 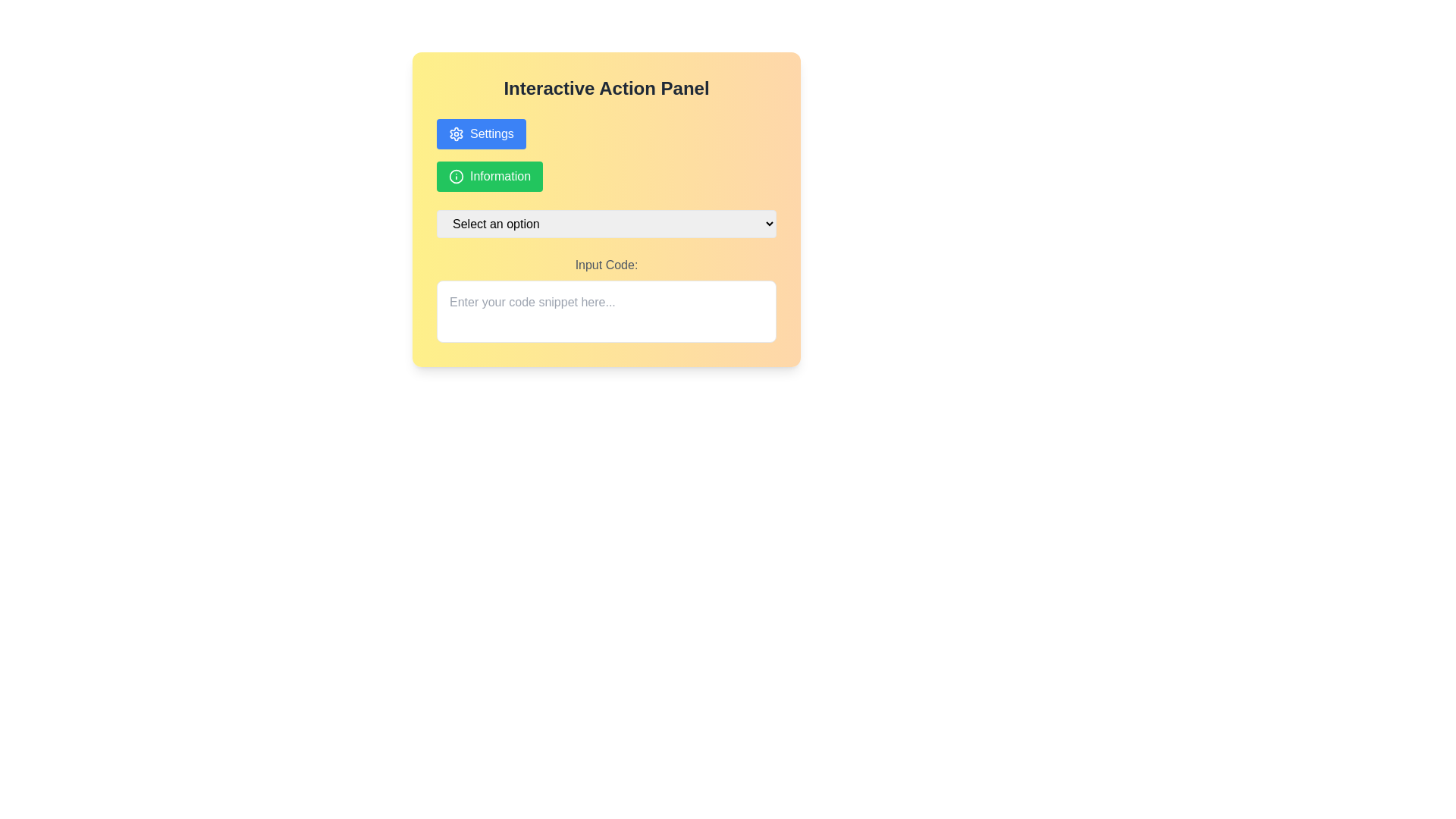 I want to click on the settings icon located to the left of the 'Settings' text inside the blue button under the panel's title, so click(x=455, y=133).